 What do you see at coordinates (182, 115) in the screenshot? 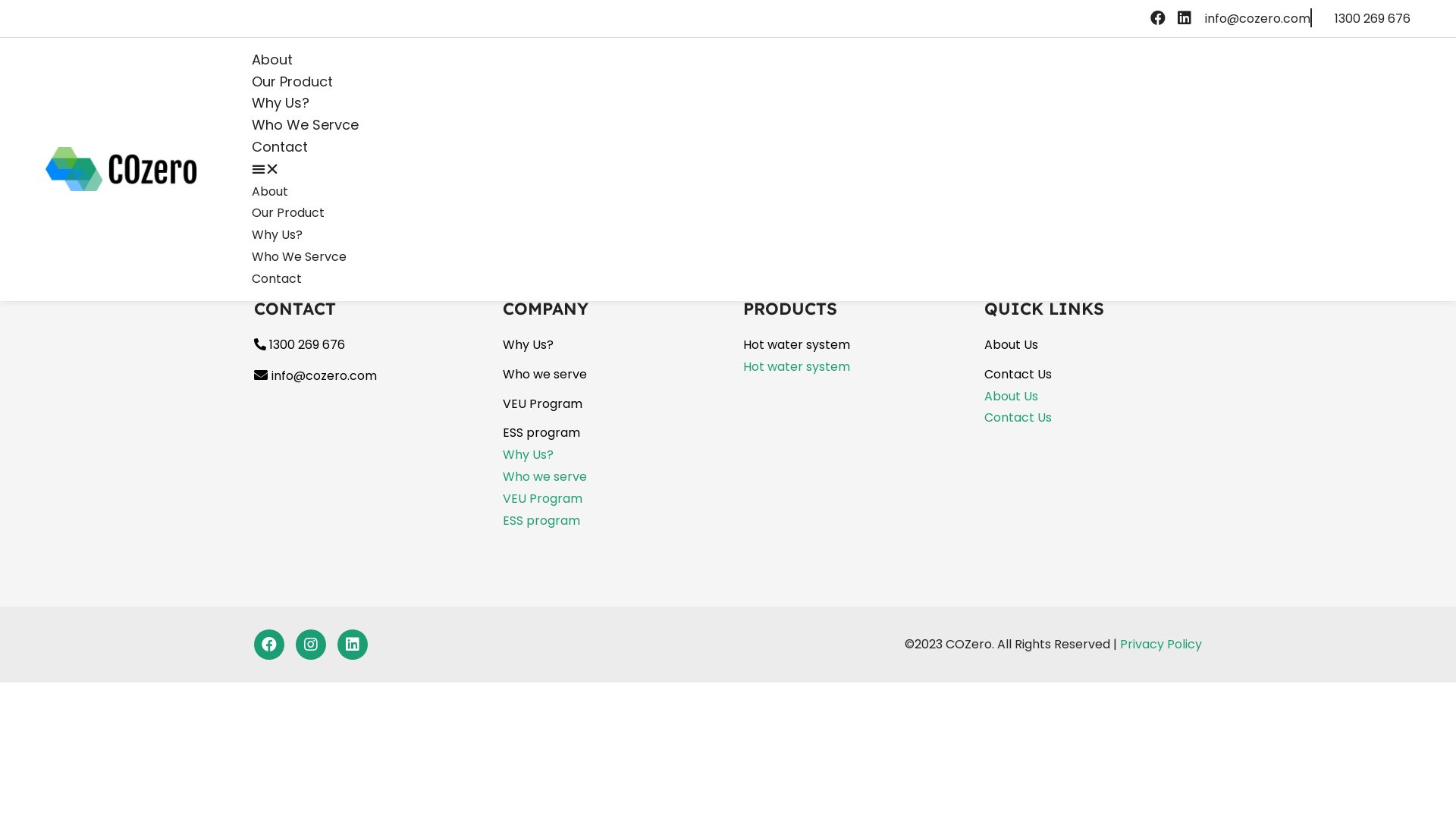
I see `'Search'` at bounding box center [182, 115].